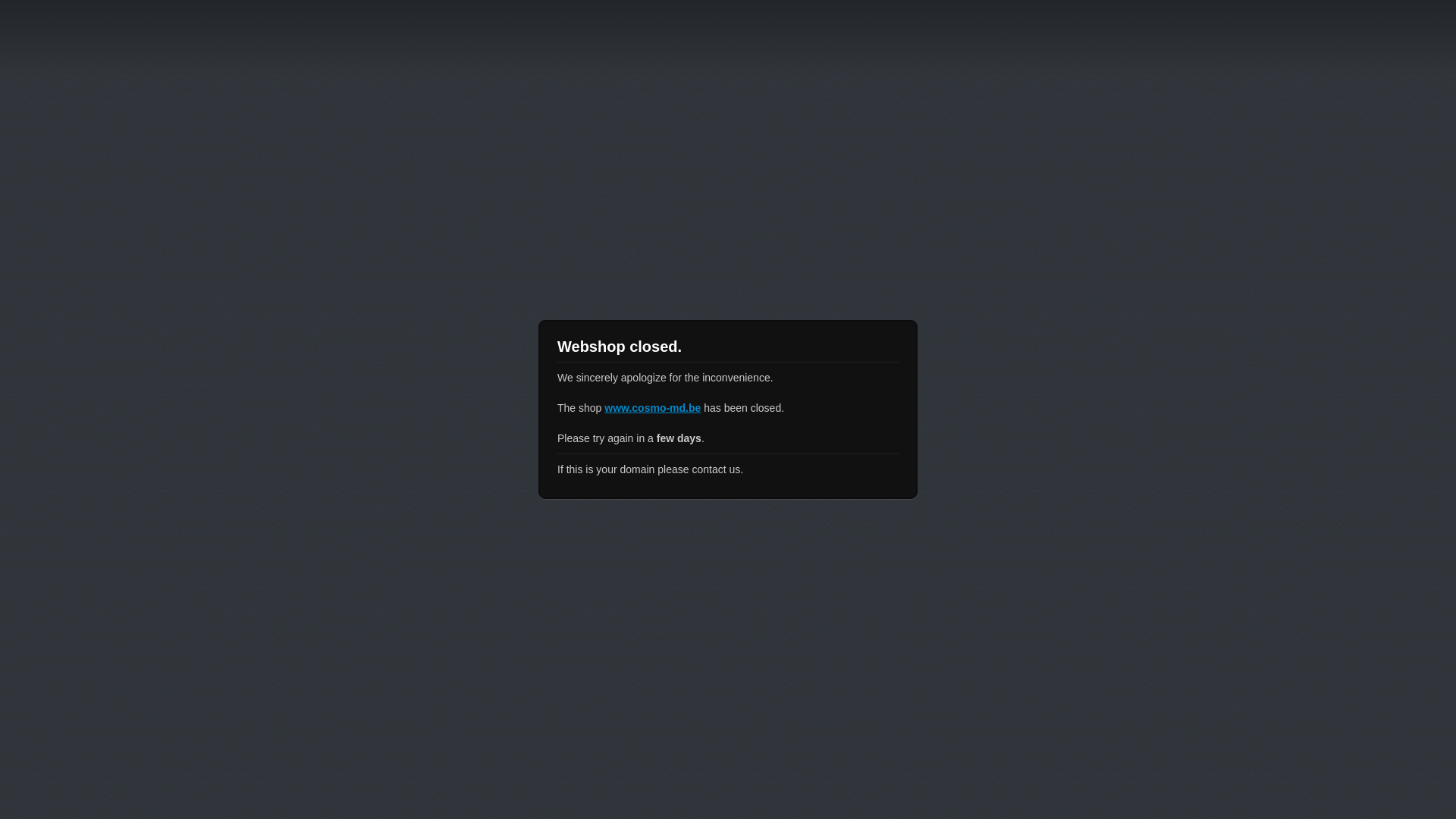 The image size is (1456, 819). I want to click on 'www.cosmo-md.be', so click(652, 406).